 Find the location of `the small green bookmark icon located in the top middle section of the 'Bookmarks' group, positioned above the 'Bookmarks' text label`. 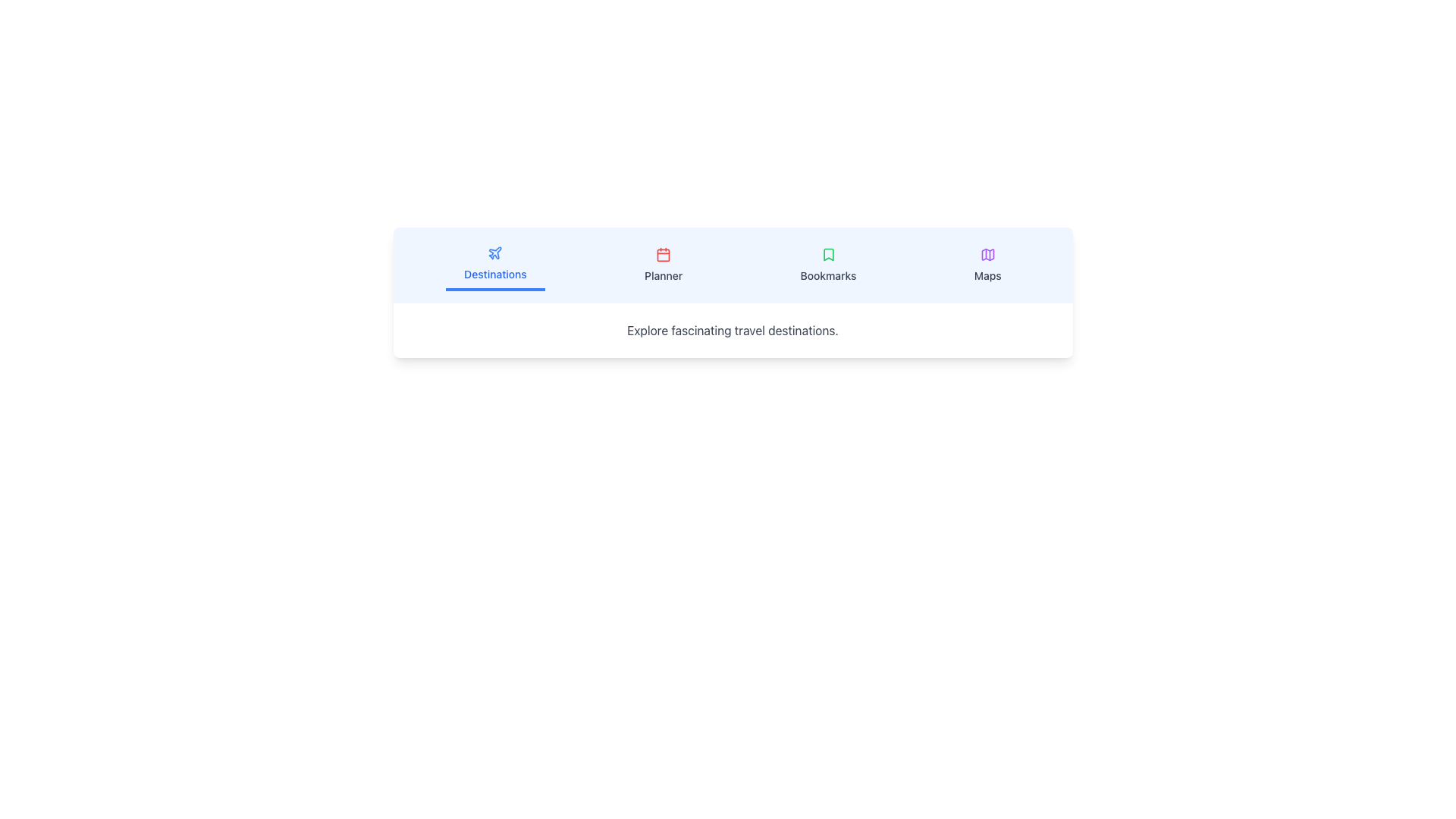

the small green bookmark icon located in the top middle section of the 'Bookmarks' group, positioned above the 'Bookmarks' text label is located at coordinates (827, 253).